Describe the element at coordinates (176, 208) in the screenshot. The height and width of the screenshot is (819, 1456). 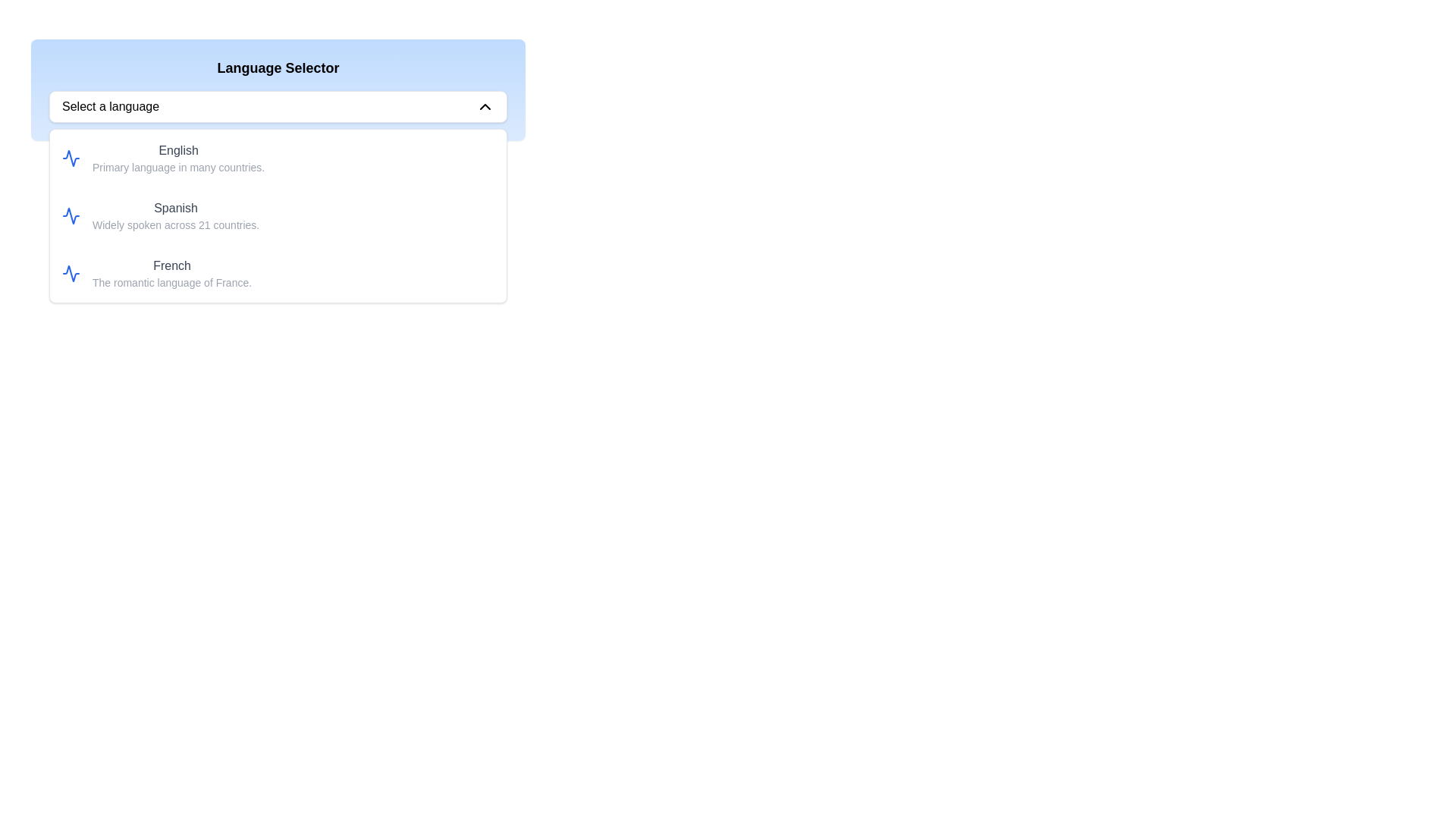
I see `the 'Spanish' text label that is centrally located in the language selector menu, positioned above the explanatory text 'Widely spoken across 21 countries.'` at that location.